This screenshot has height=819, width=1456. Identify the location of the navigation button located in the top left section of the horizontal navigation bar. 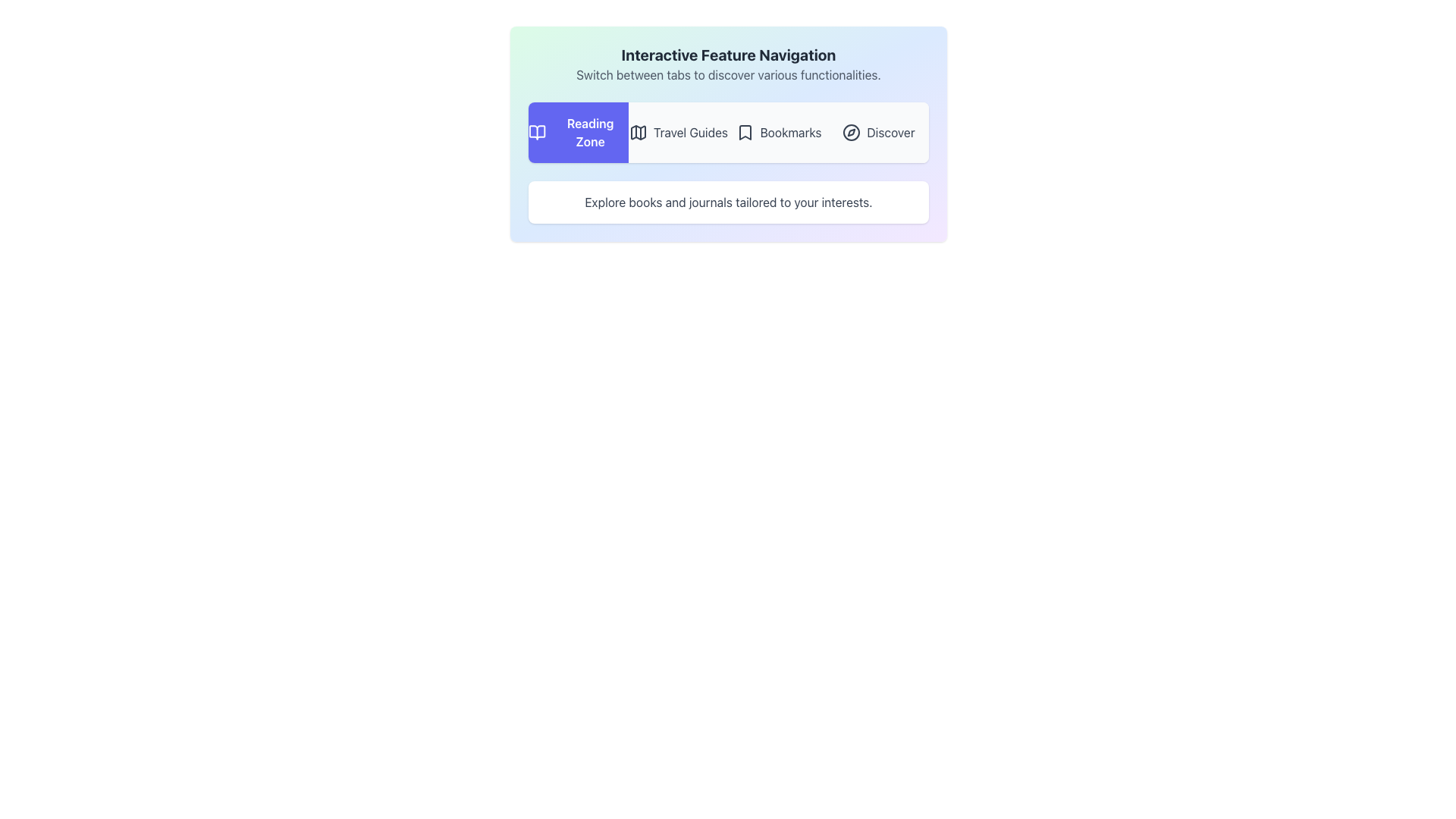
(578, 131).